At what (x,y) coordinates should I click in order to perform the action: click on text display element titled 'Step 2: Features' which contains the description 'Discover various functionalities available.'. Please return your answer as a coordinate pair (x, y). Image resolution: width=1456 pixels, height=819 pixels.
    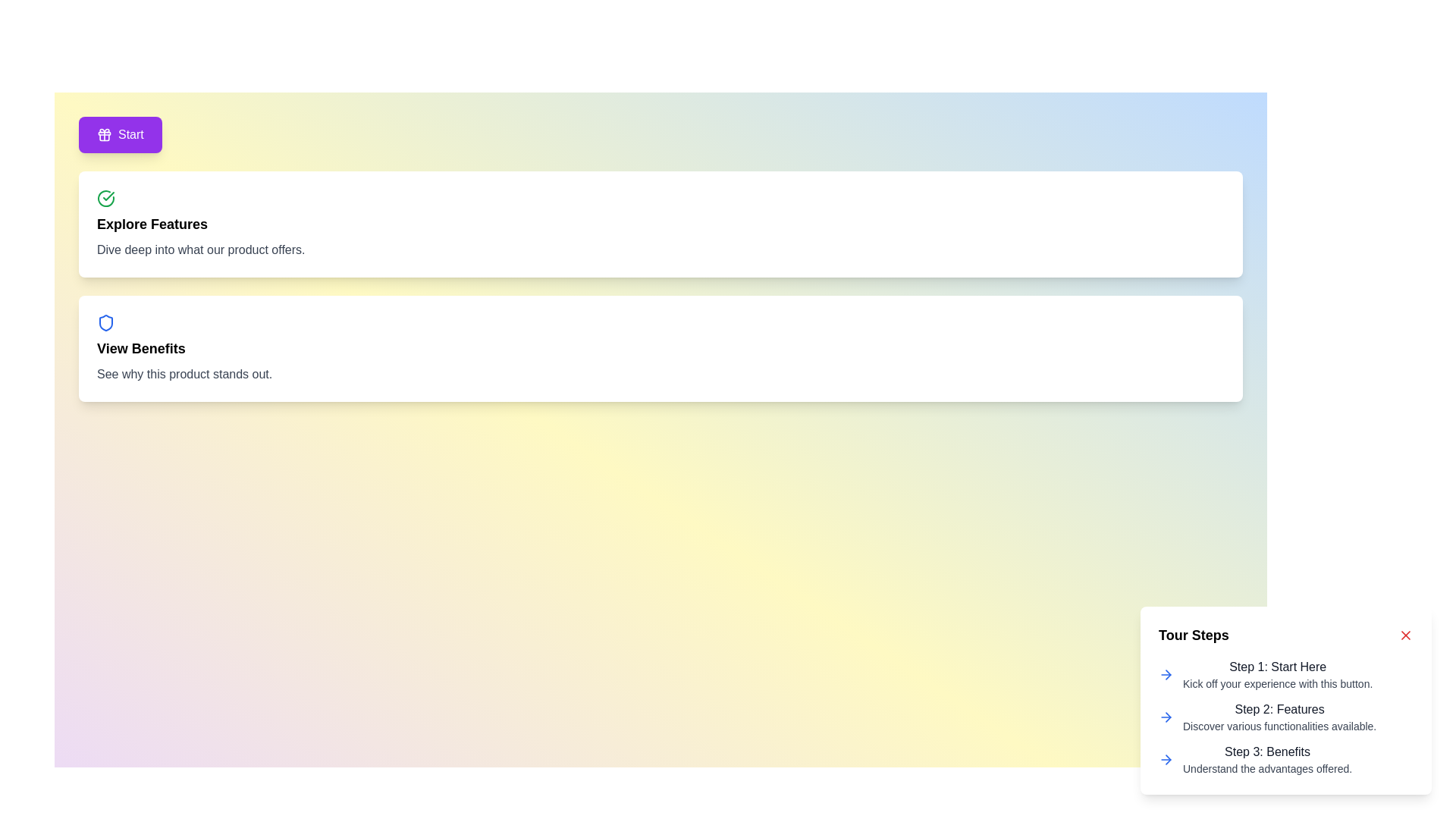
    Looking at the image, I should click on (1279, 717).